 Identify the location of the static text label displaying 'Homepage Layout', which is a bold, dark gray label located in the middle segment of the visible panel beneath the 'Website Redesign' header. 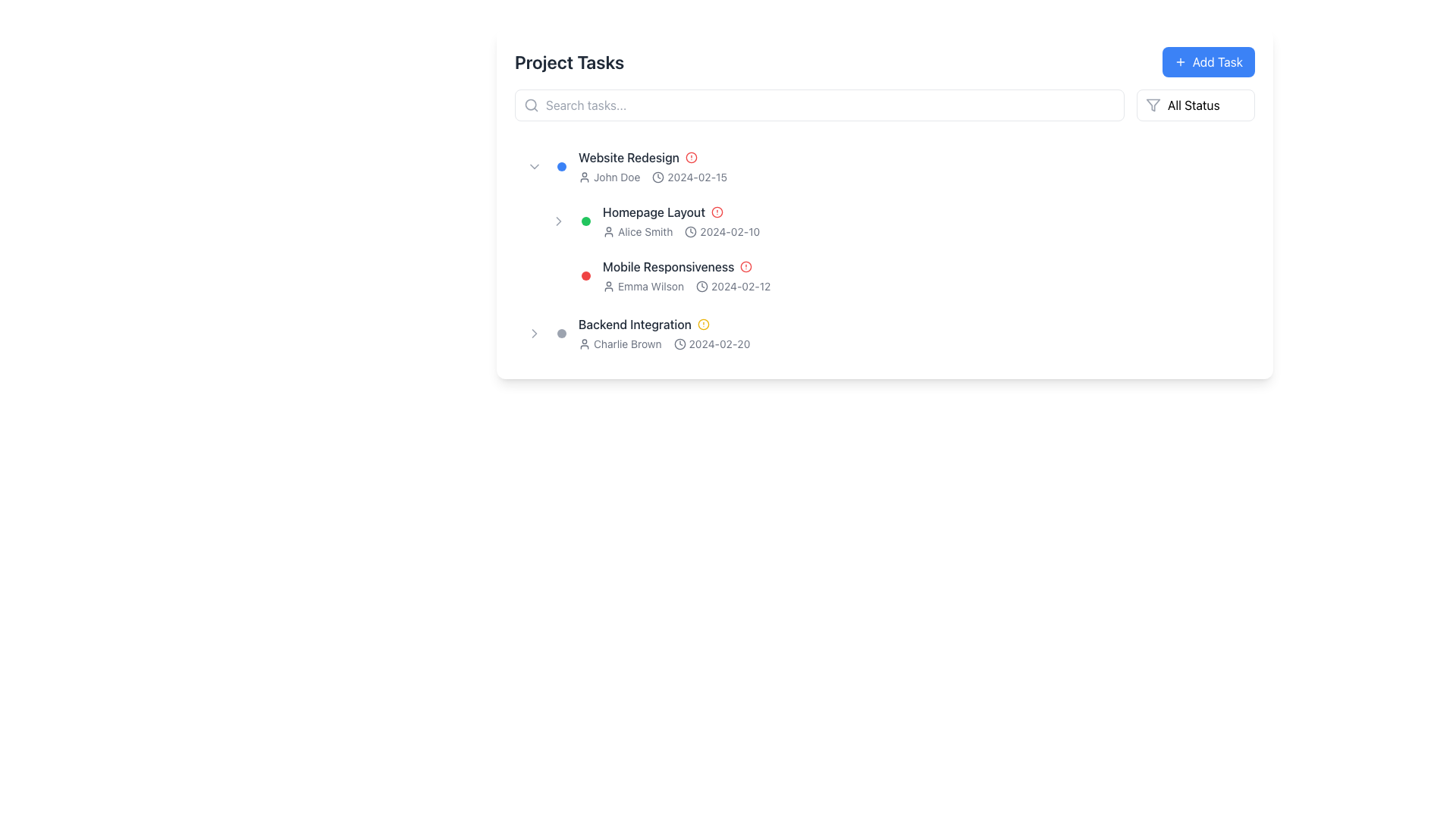
(654, 212).